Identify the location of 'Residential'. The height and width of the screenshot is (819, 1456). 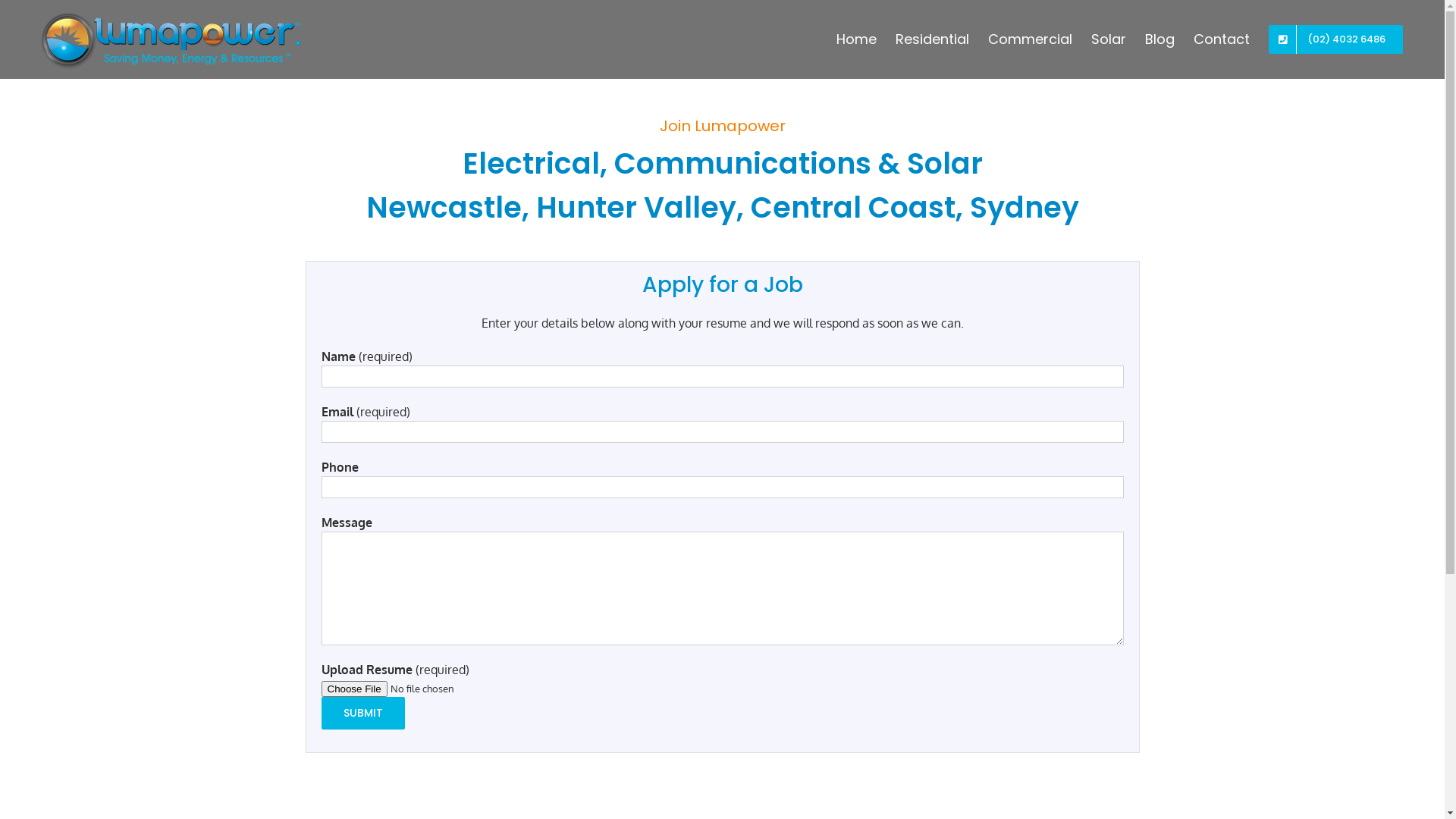
(931, 38).